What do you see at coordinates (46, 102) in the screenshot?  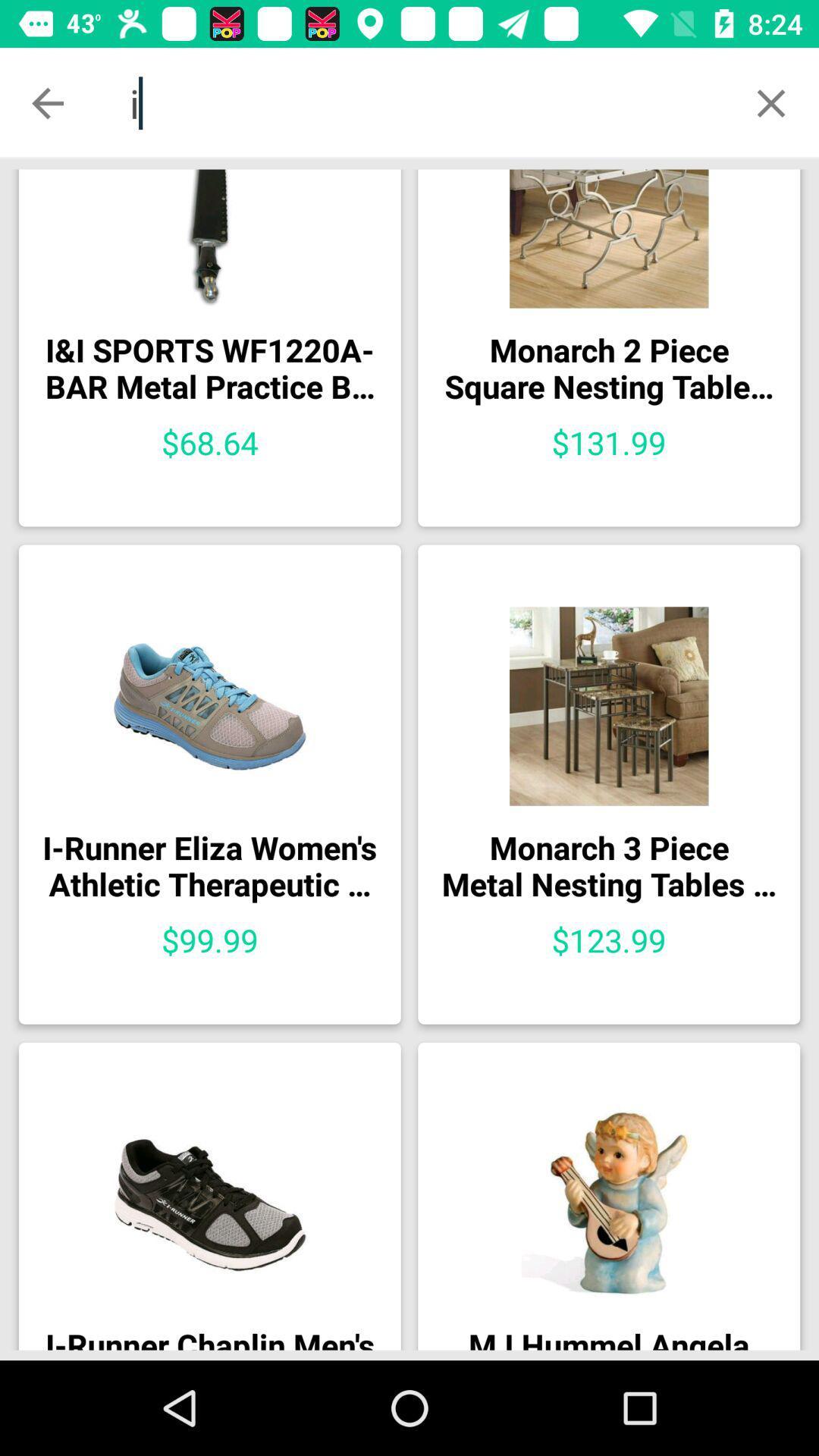 I see `the arrow_backward icon` at bounding box center [46, 102].